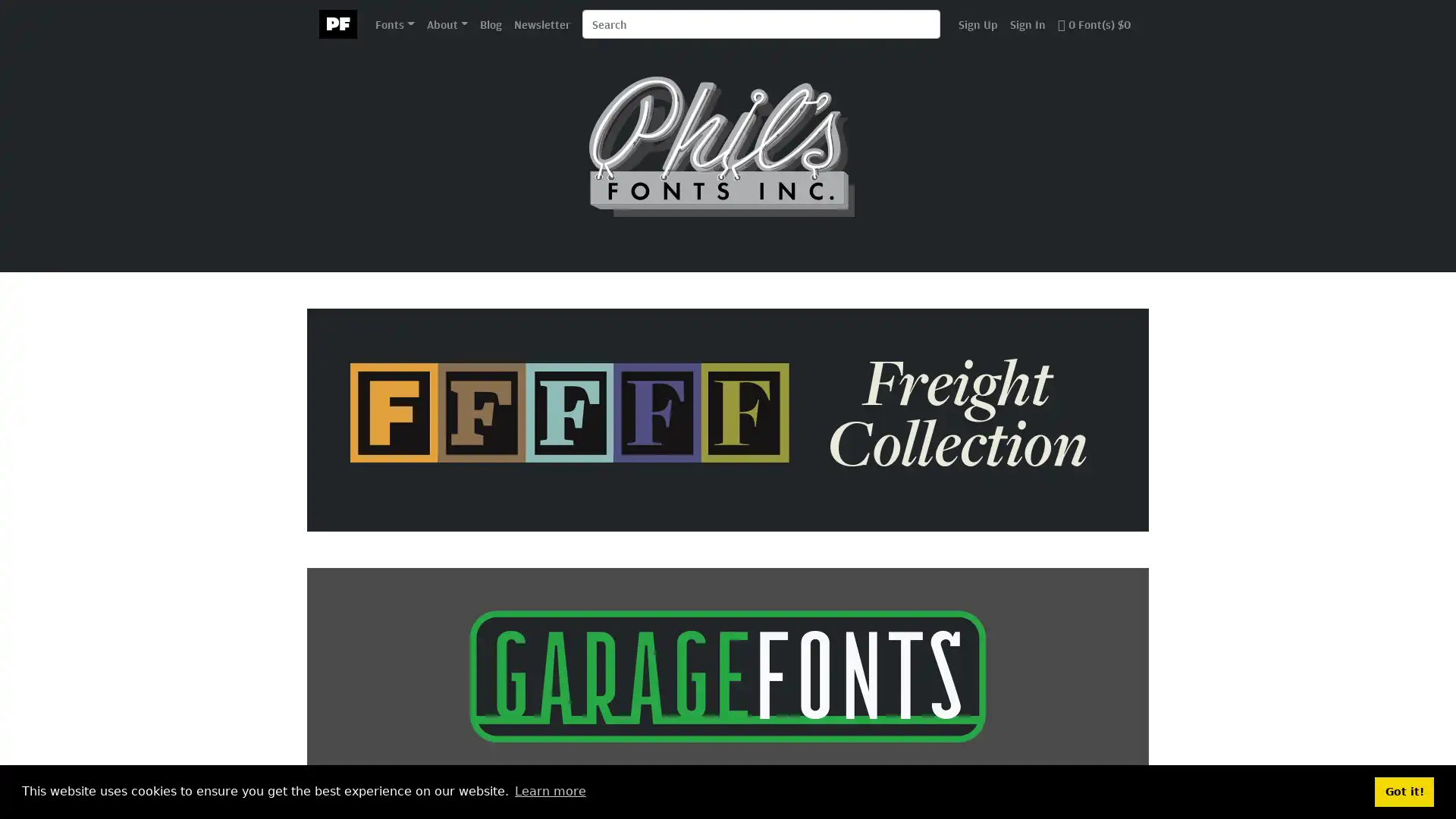 The width and height of the screenshot is (1456, 819). Describe the element at coordinates (394, 23) in the screenshot. I see `Fonts` at that location.